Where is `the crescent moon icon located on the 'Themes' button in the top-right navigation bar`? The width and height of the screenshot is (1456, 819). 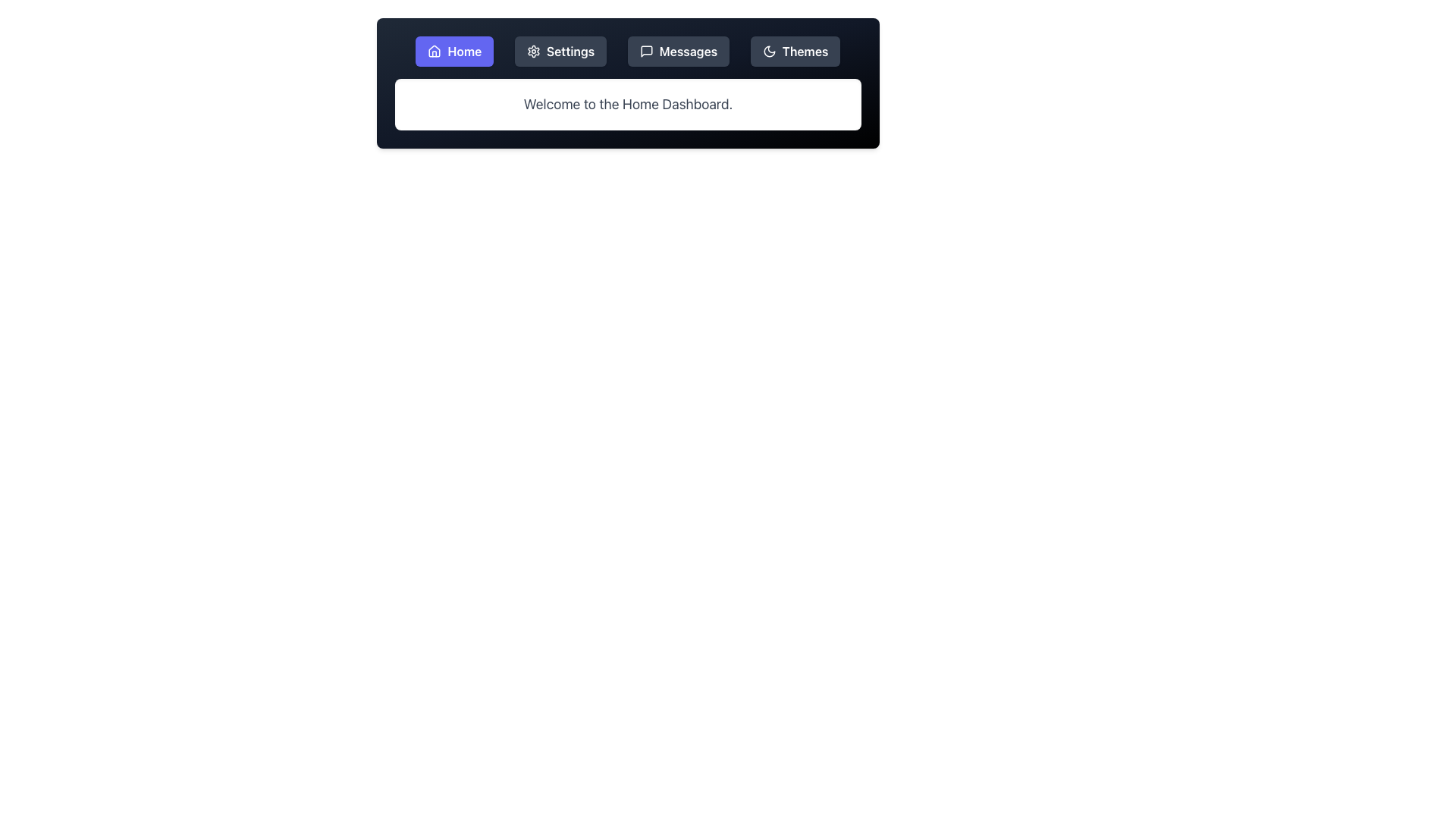 the crescent moon icon located on the 'Themes' button in the top-right navigation bar is located at coordinates (769, 51).